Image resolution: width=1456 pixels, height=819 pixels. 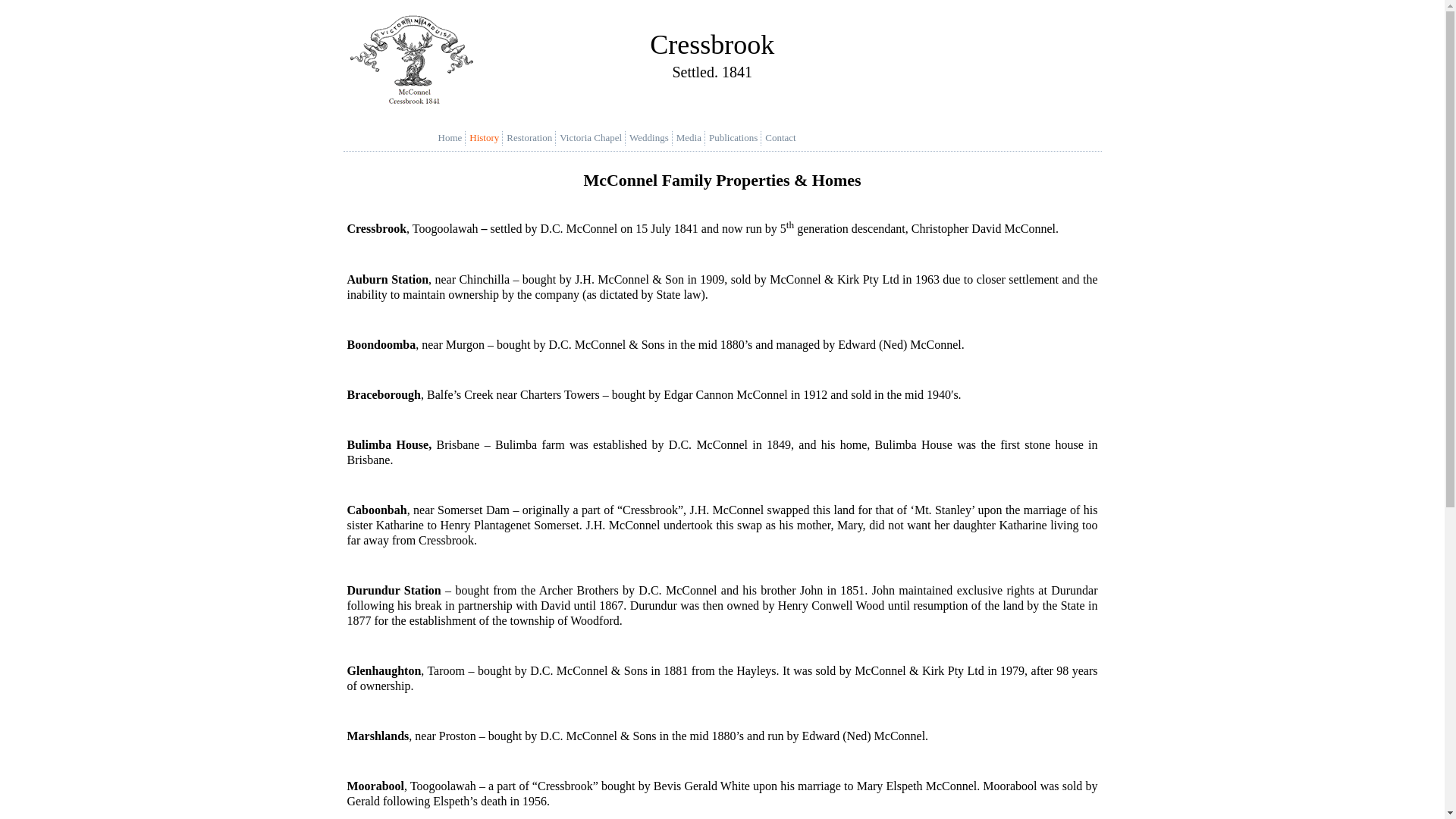 I want to click on 'Contact', so click(x=783, y=137).